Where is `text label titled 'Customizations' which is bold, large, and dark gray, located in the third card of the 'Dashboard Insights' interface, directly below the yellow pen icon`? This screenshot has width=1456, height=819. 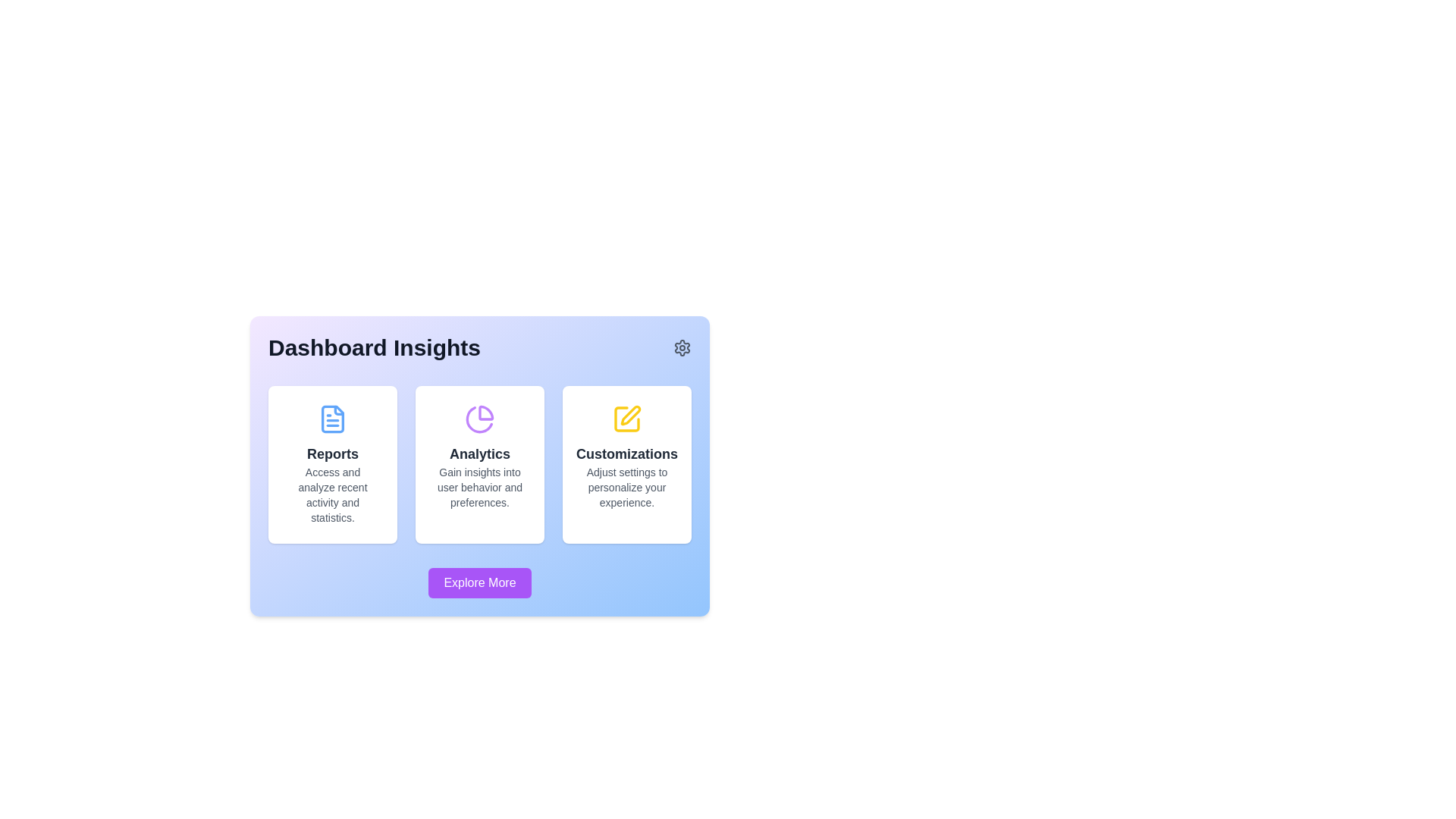
text label titled 'Customizations' which is bold, large, and dark gray, located in the third card of the 'Dashboard Insights' interface, directly below the yellow pen icon is located at coordinates (626, 453).